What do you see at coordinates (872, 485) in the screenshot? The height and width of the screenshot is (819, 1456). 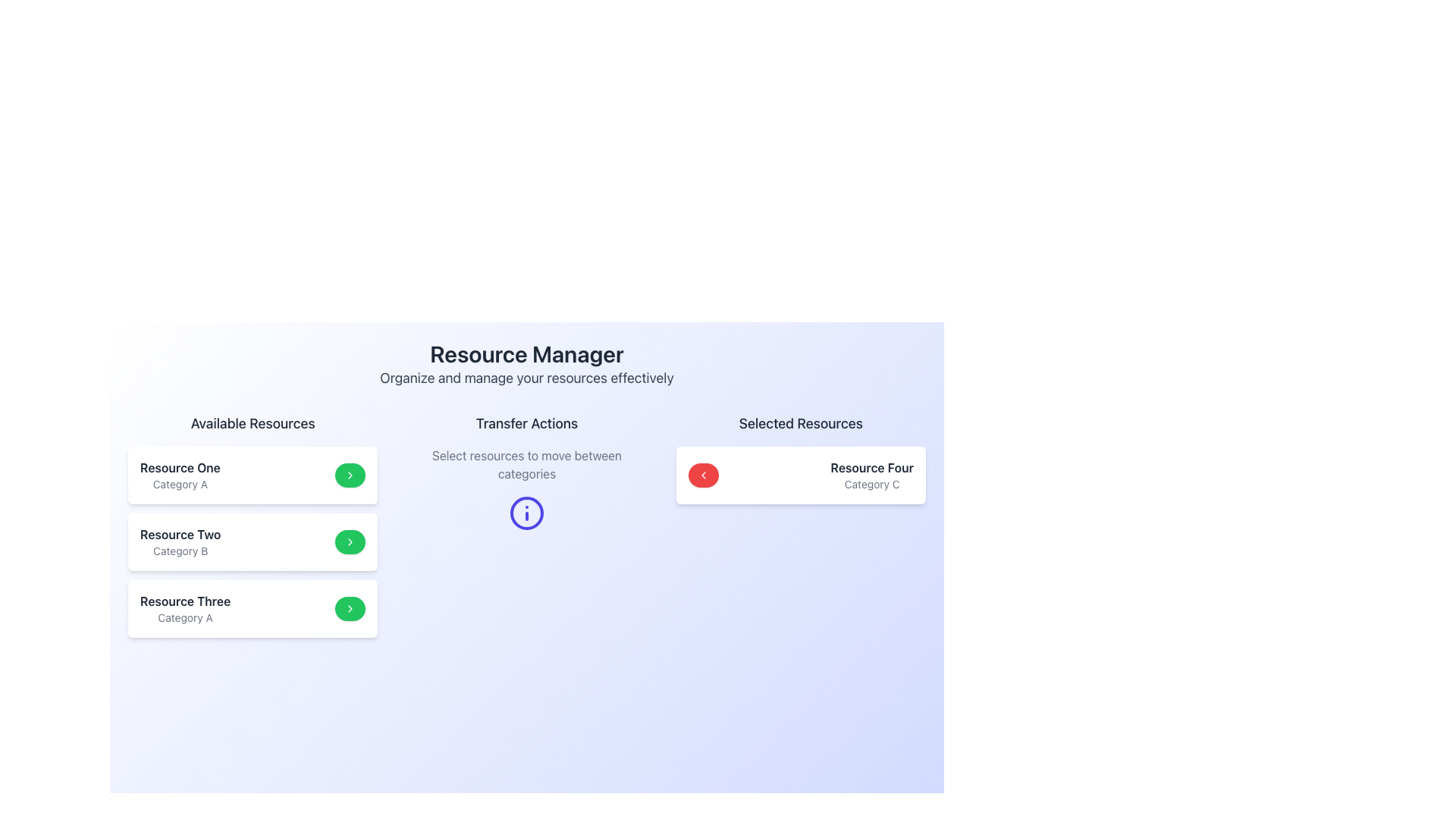 I see `the non-interactive text label indicating the category of 'Resource Four' located in the rightmost section labeled 'Selected Resources' to associate the category with the resource above` at bounding box center [872, 485].